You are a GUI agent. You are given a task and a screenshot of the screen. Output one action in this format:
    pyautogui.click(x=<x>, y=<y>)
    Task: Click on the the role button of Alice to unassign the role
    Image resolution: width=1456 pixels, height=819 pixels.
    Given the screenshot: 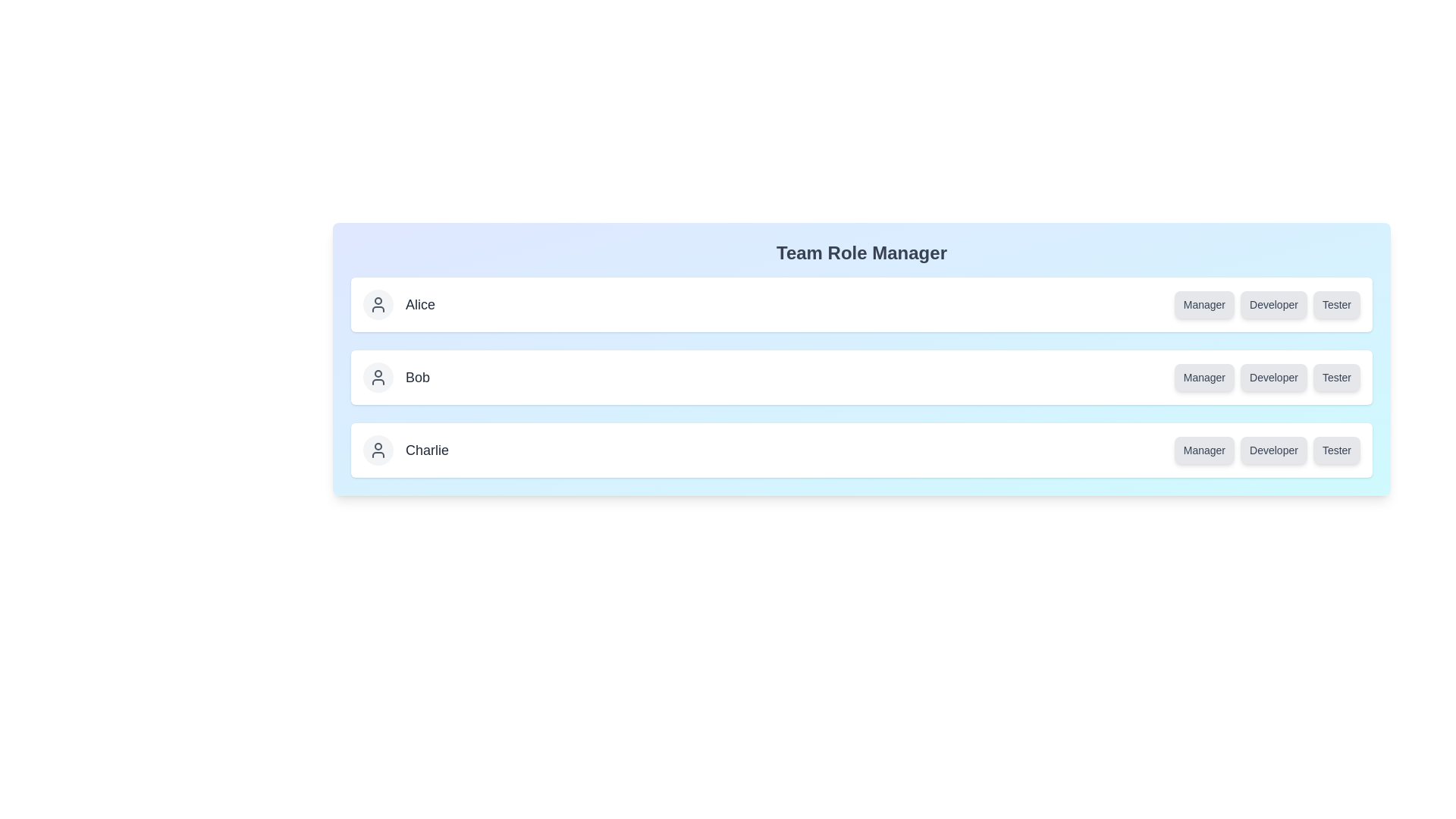 What is the action you would take?
    pyautogui.click(x=1203, y=304)
    